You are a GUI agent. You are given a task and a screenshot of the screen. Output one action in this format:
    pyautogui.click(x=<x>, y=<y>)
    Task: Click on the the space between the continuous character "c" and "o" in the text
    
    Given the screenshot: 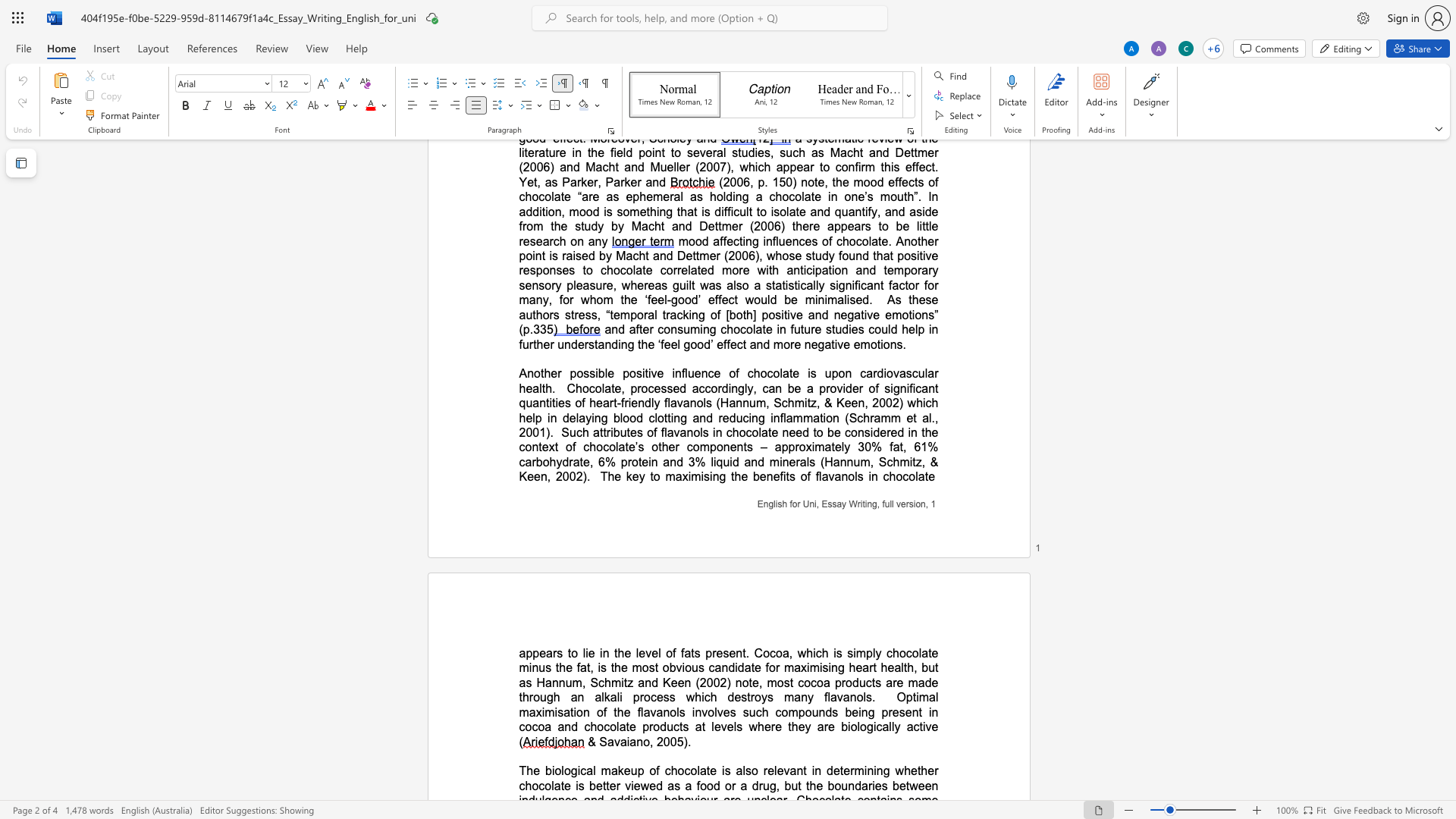 What is the action you would take?
    pyautogui.click(x=908, y=475)
    